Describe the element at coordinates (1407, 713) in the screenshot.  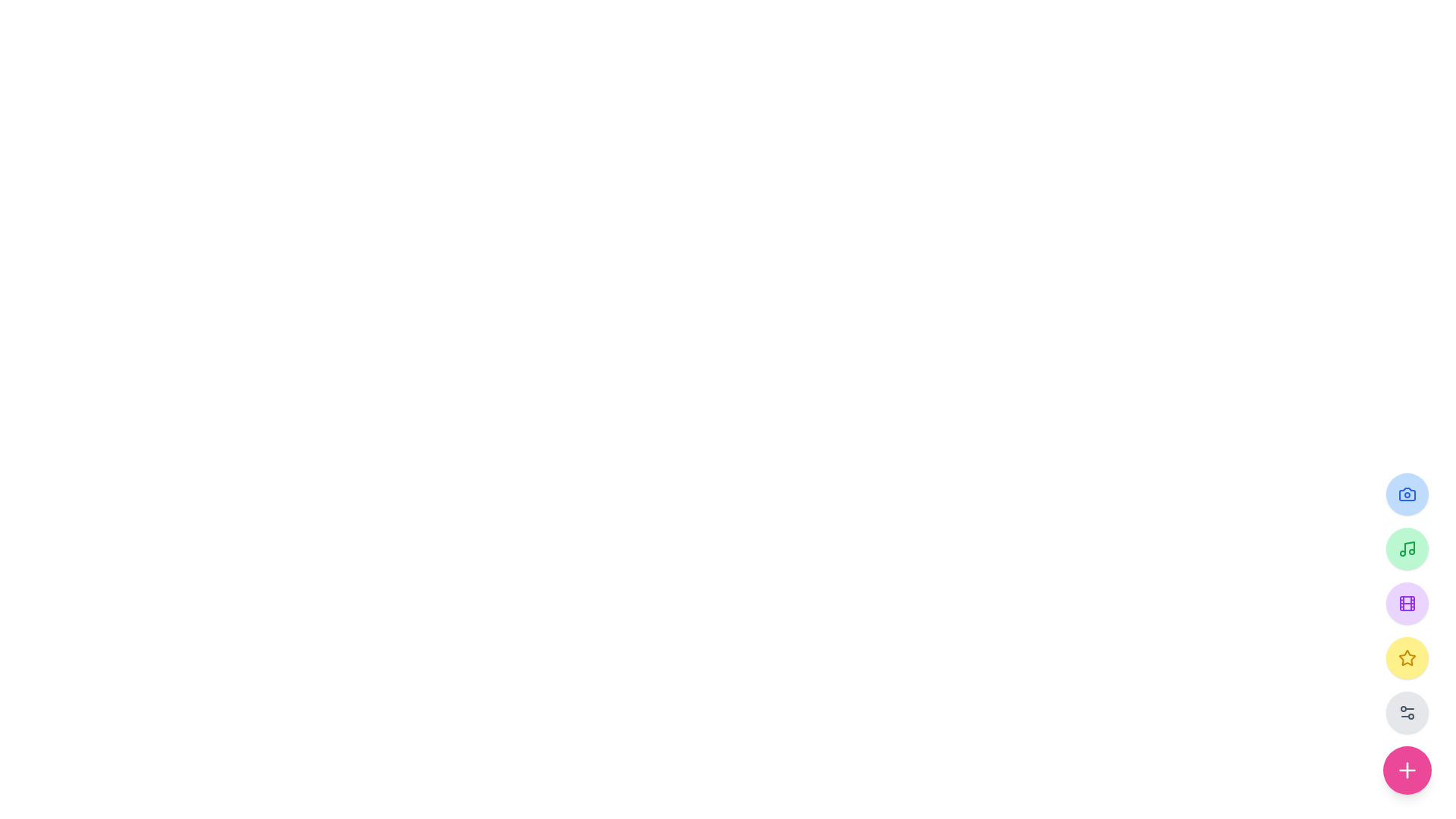
I see `the settings icon button` at that location.